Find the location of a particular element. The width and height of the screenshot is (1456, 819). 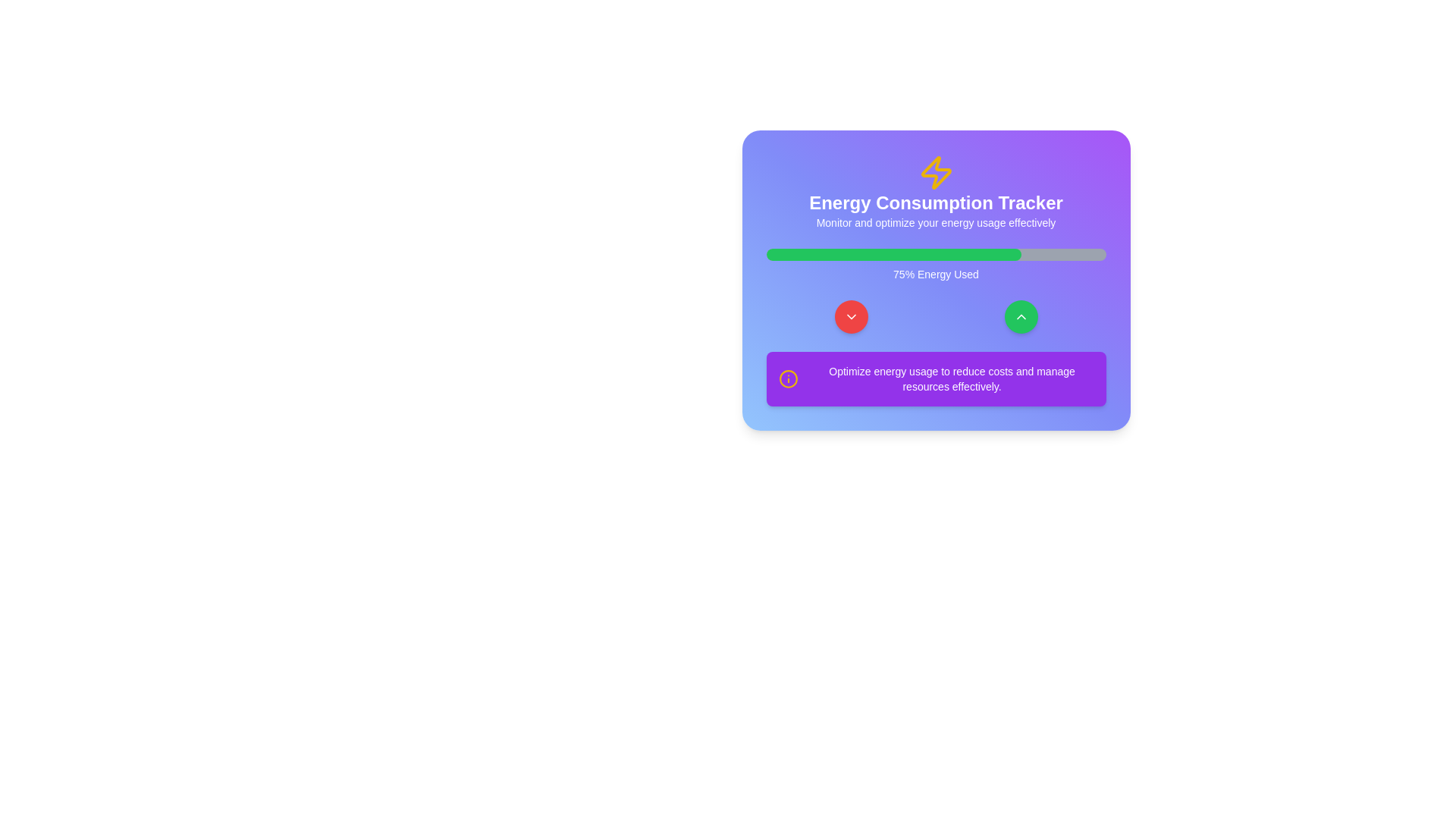

the static text that describes the purpose of the Energy Consumption Tracker, located below the title and above the green progress bar is located at coordinates (935, 222).